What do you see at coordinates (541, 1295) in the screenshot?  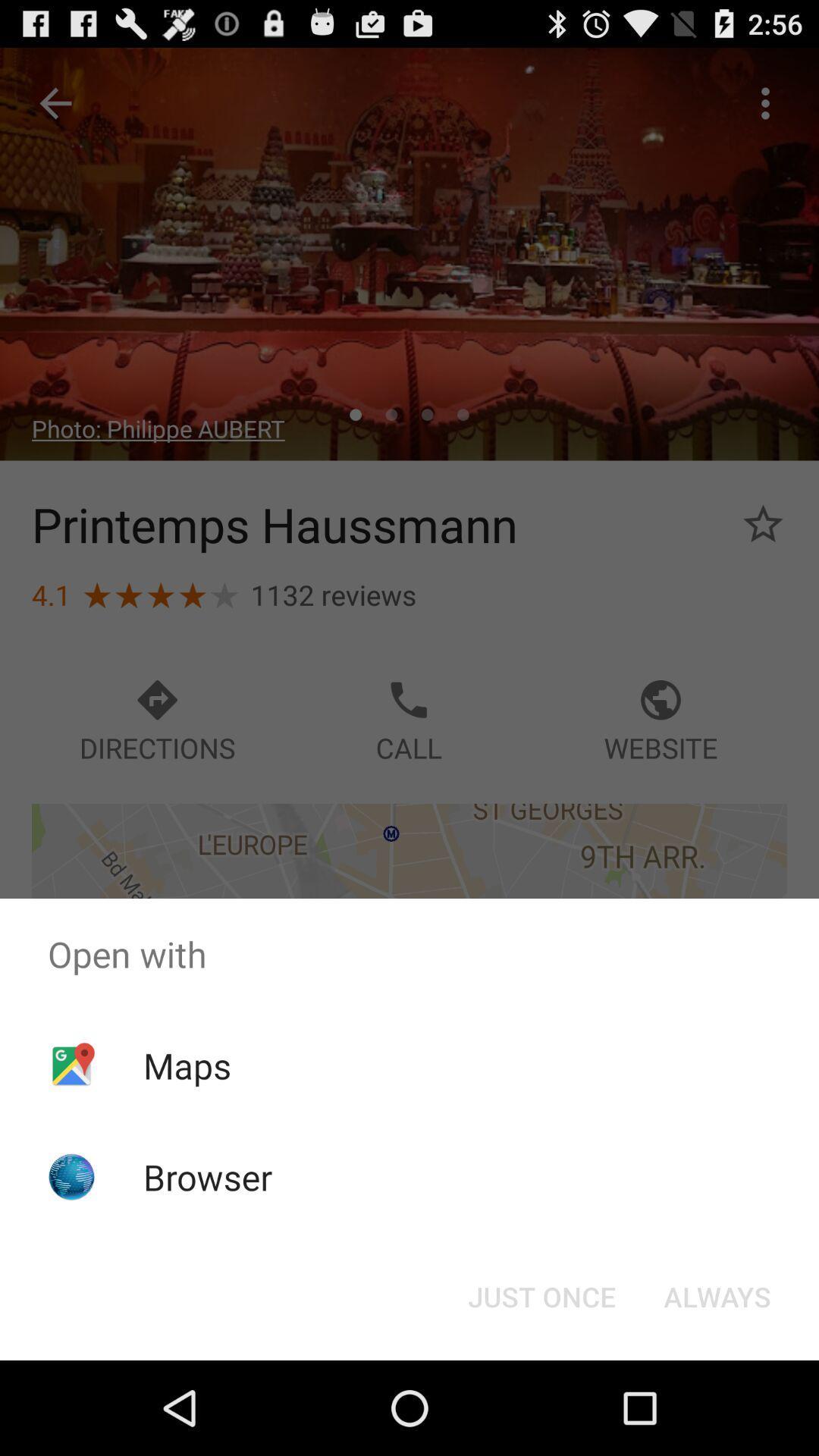 I see `the just once button` at bounding box center [541, 1295].